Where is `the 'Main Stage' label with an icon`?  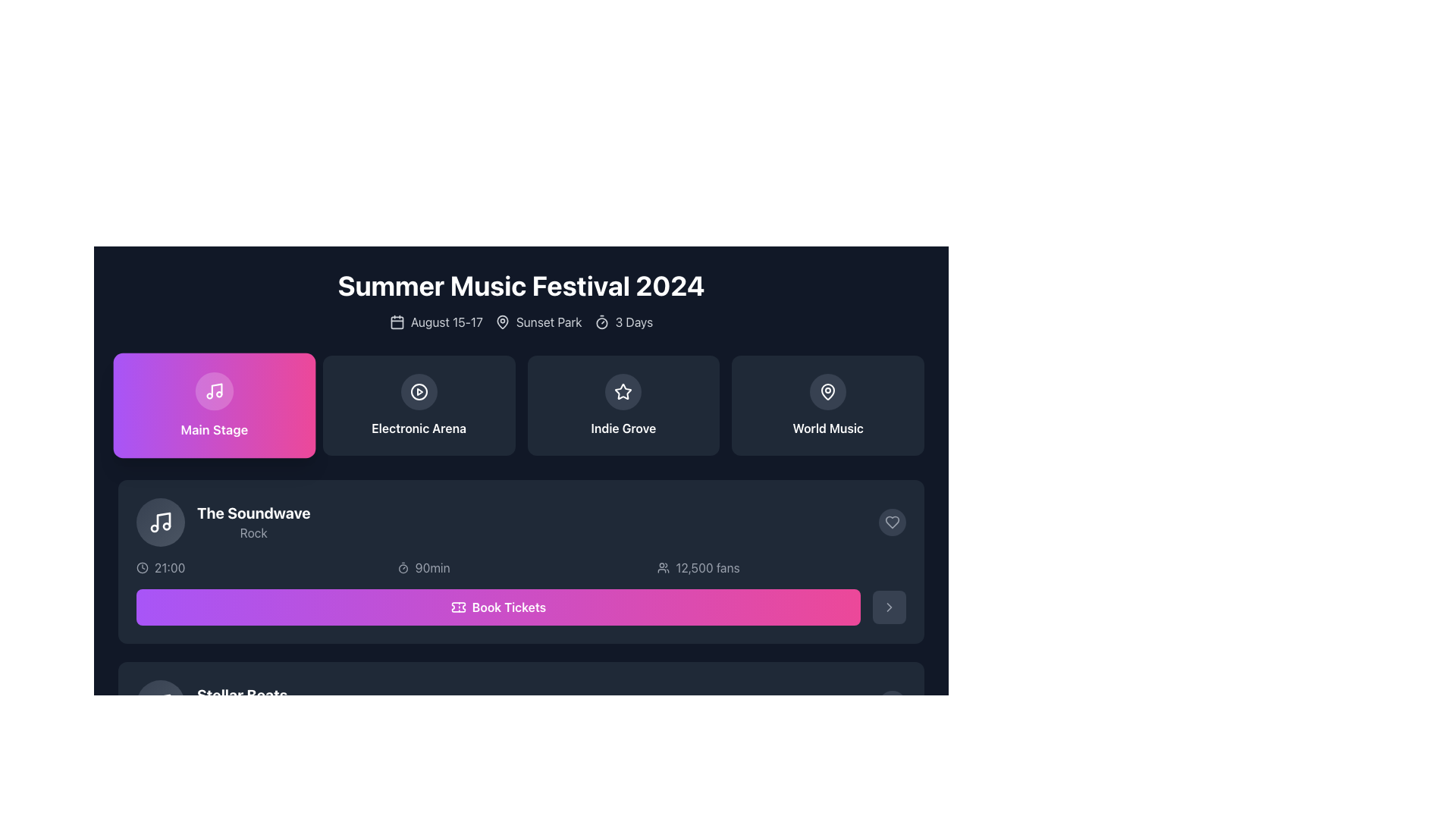
the 'Main Stage' label with an icon is located at coordinates (213, 405).